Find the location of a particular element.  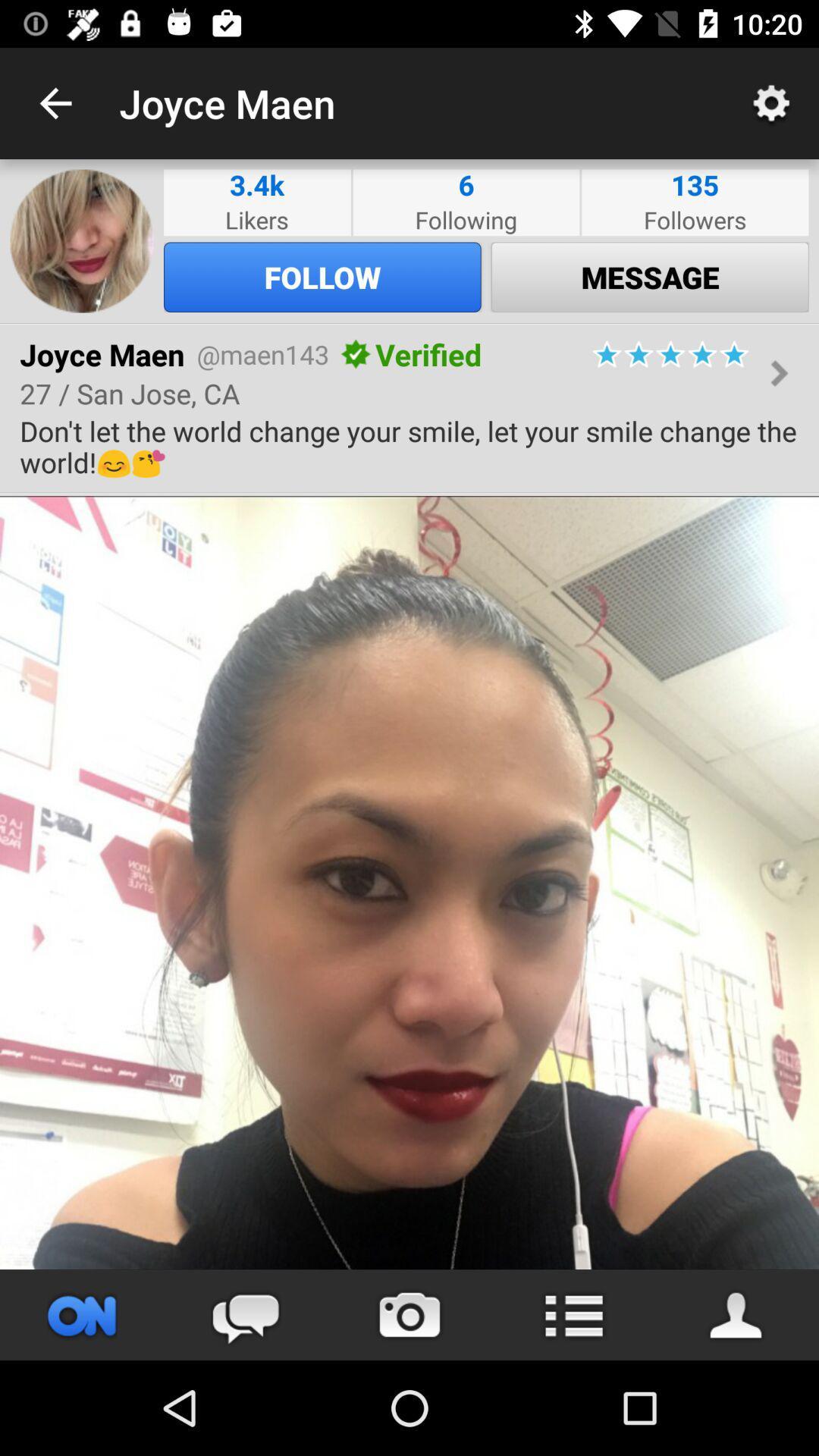

@maen143 item is located at coordinates (262, 353).